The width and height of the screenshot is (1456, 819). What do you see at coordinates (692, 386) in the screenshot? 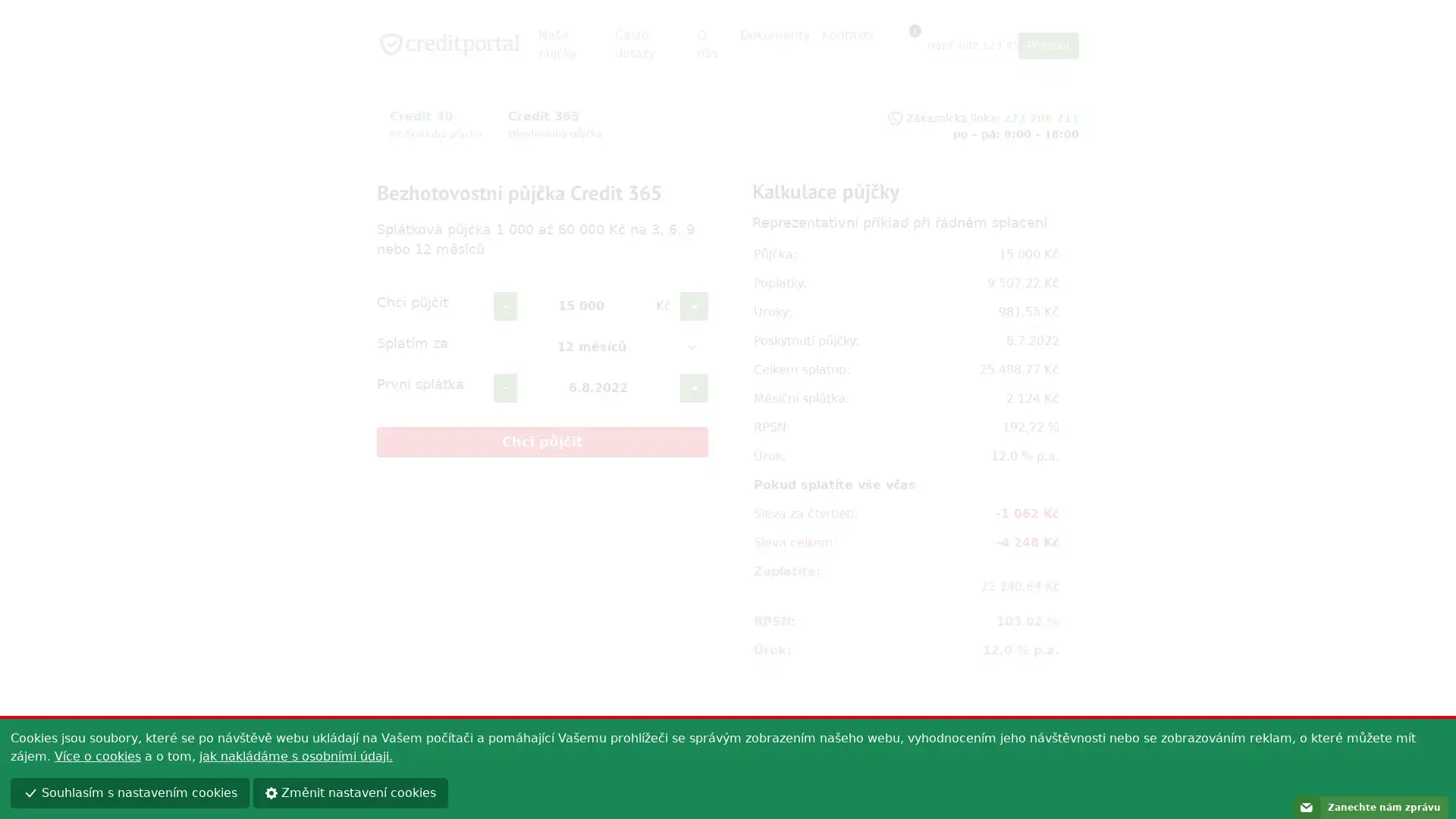
I see `+` at bounding box center [692, 386].